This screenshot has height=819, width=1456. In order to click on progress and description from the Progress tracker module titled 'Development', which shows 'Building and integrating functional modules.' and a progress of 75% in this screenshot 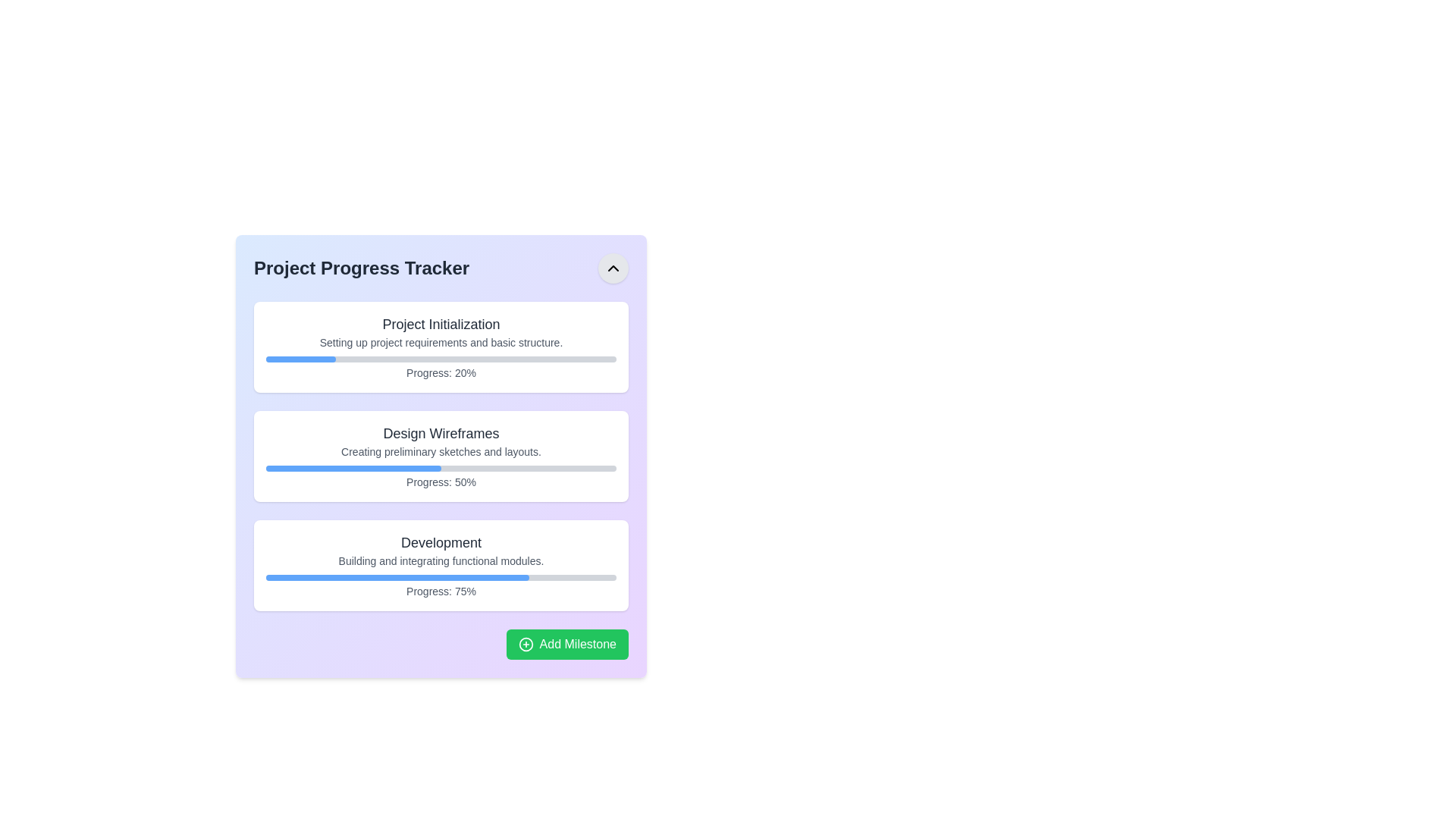, I will do `click(440, 565)`.